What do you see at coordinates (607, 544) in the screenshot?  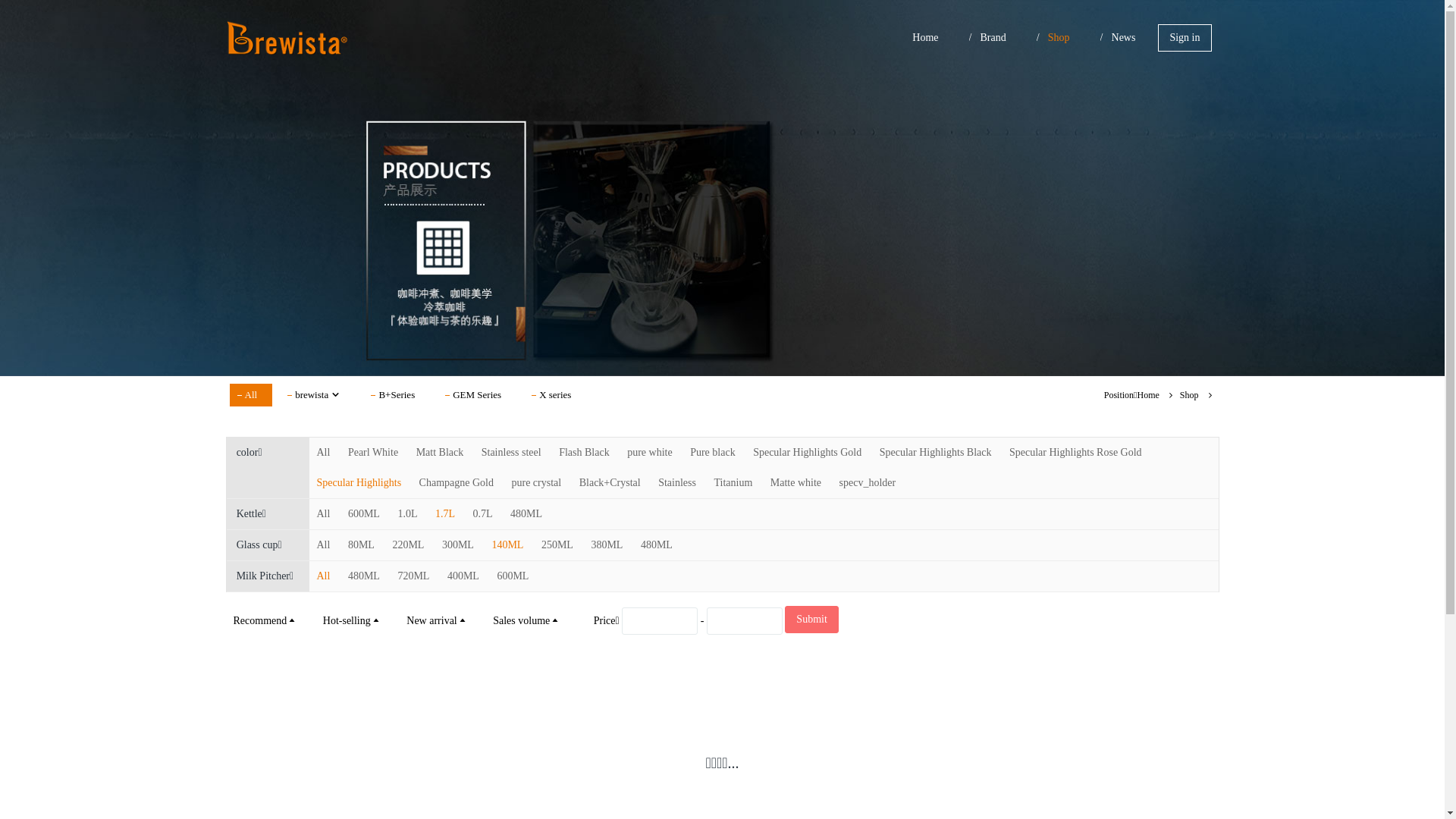 I see `'380ML'` at bounding box center [607, 544].